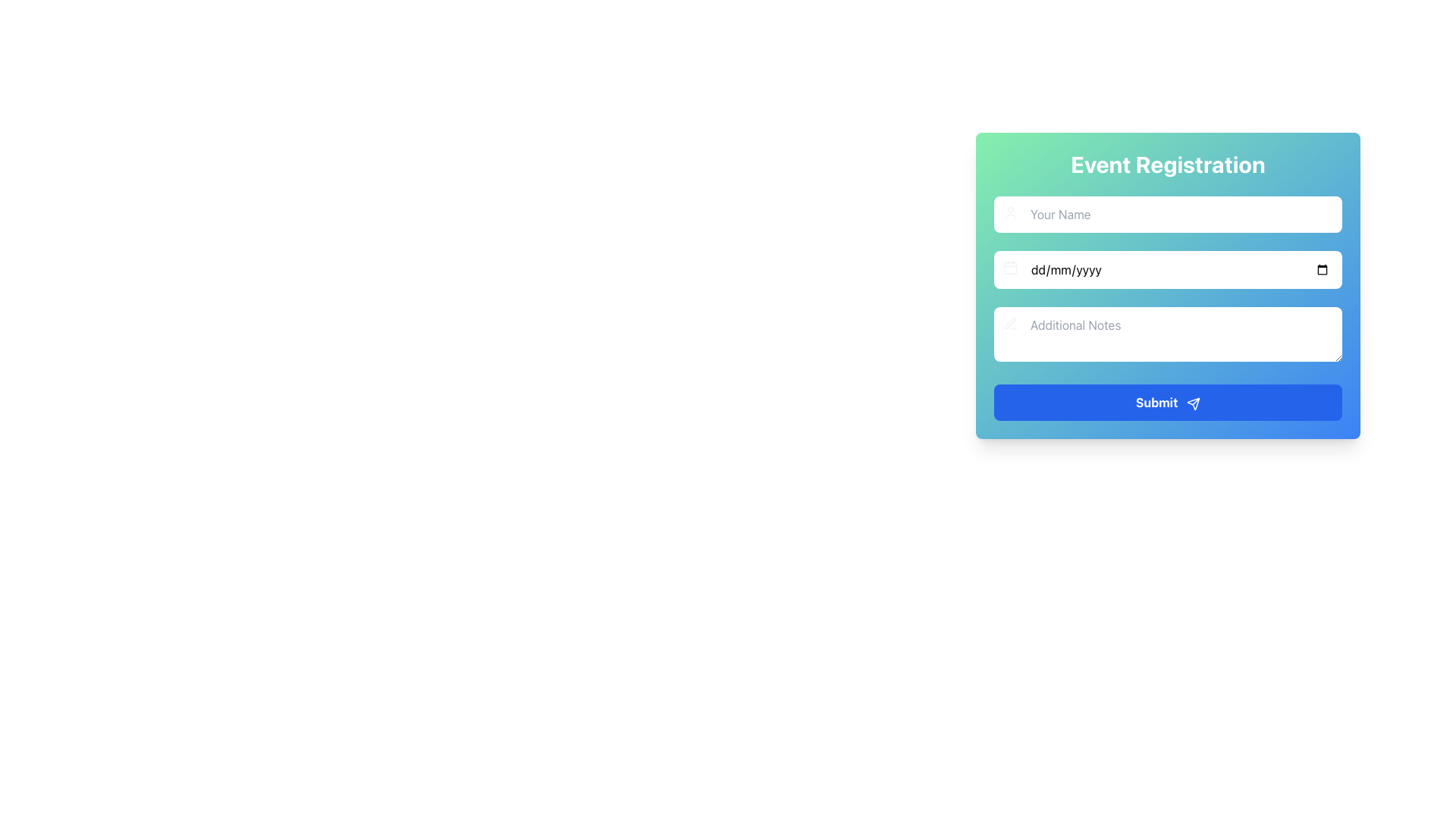  I want to click on the send icon embedded within the 'Submit' button, located to the right of the text label, so click(1193, 403).